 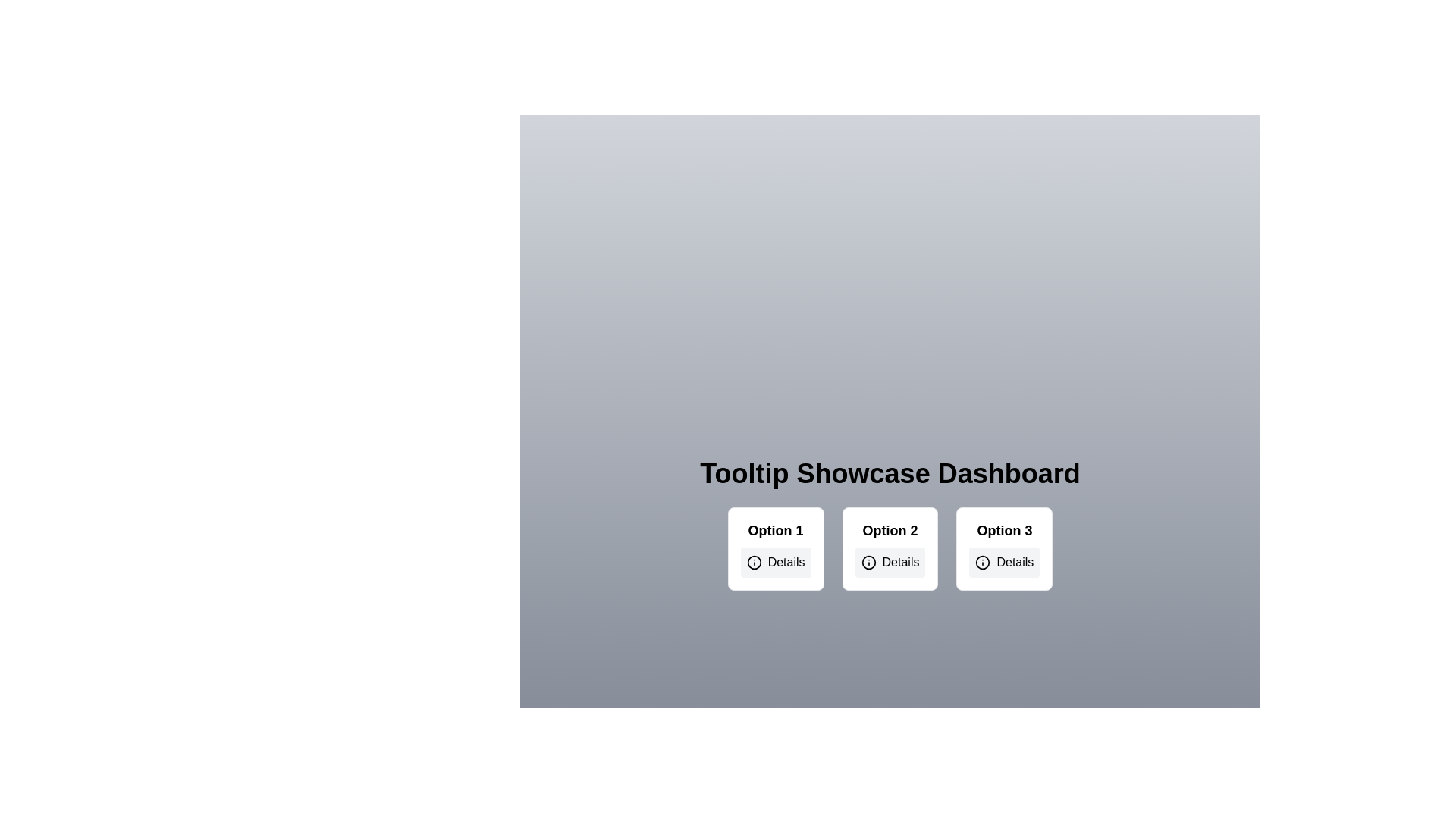 I want to click on the text label displaying 'Details' in bold black font, located in the second block under 'Option 2' to the right of the information icon, so click(x=901, y=562).